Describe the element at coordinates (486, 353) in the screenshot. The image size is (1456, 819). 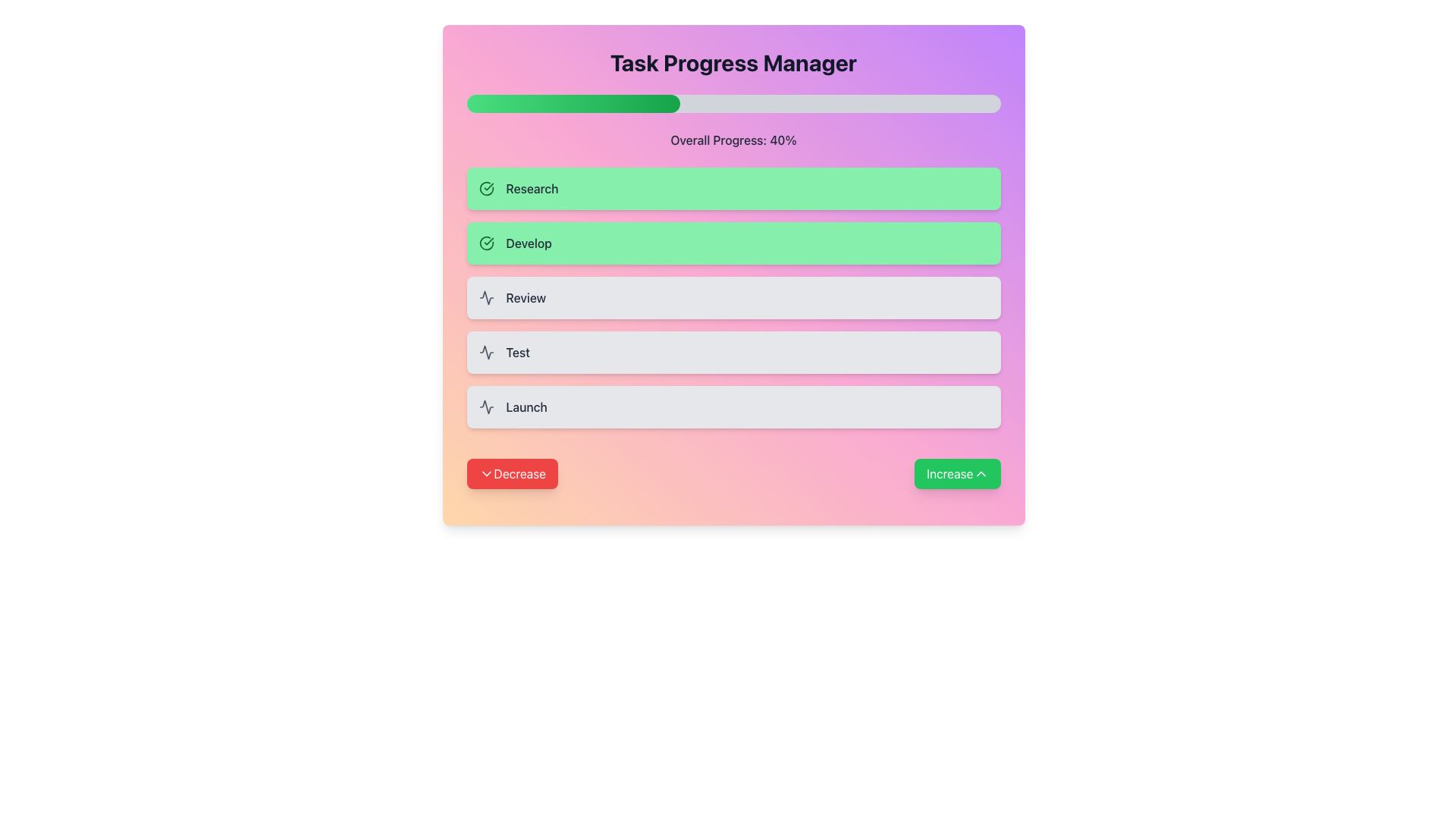
I see `the small square-shaped icon resembling an activity monitor, which is located within the 'Test' card, to the left of the label text` at that location.